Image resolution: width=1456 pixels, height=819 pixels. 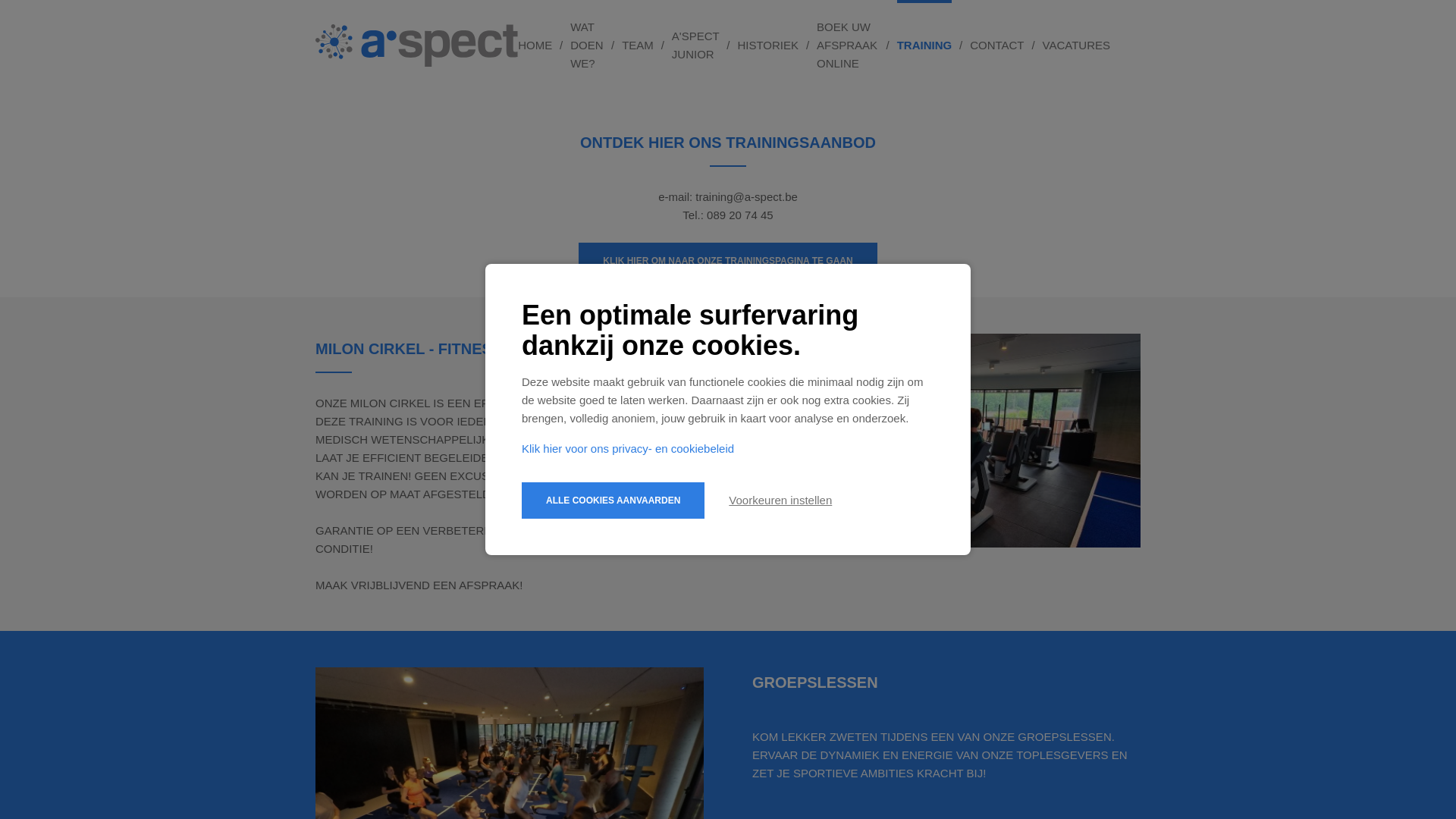 What do you see at coordinates (535, 45) in the screenshot?
I see `'HOME'` at bounding box center [535, 45].